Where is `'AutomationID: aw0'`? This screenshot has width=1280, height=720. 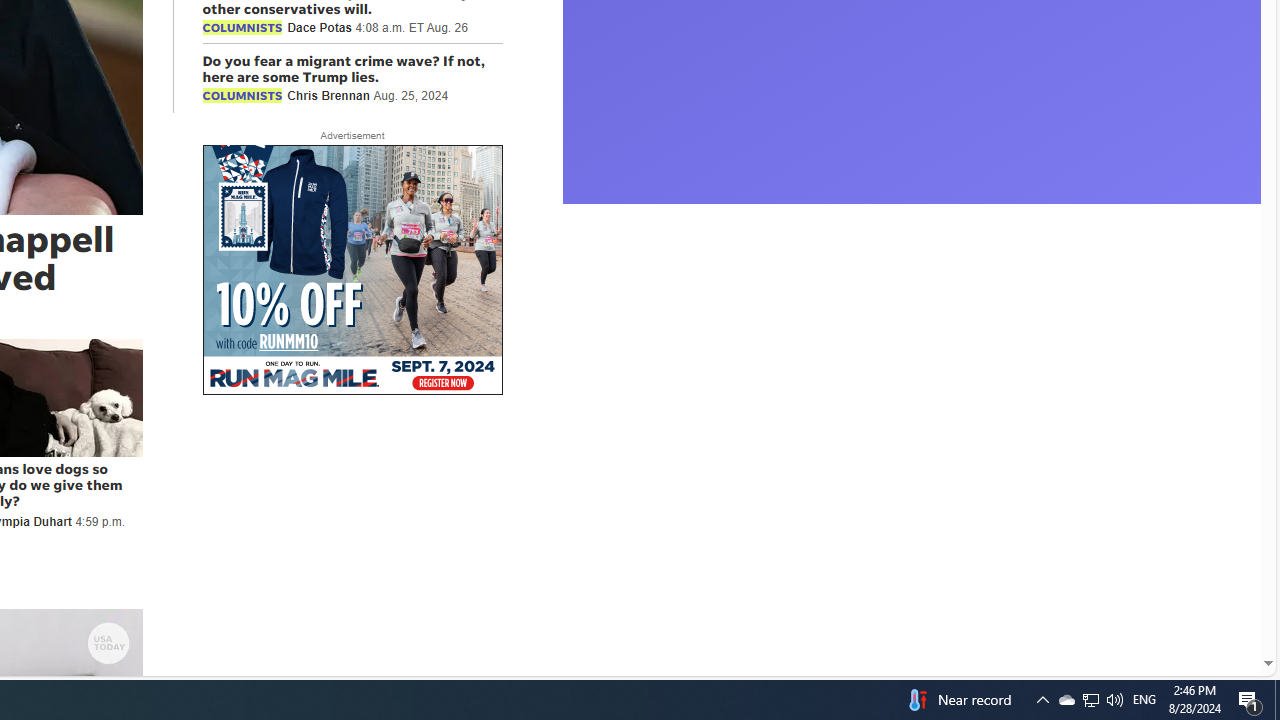 'AutomationID: aw0' is located at coordinates (352, 271).